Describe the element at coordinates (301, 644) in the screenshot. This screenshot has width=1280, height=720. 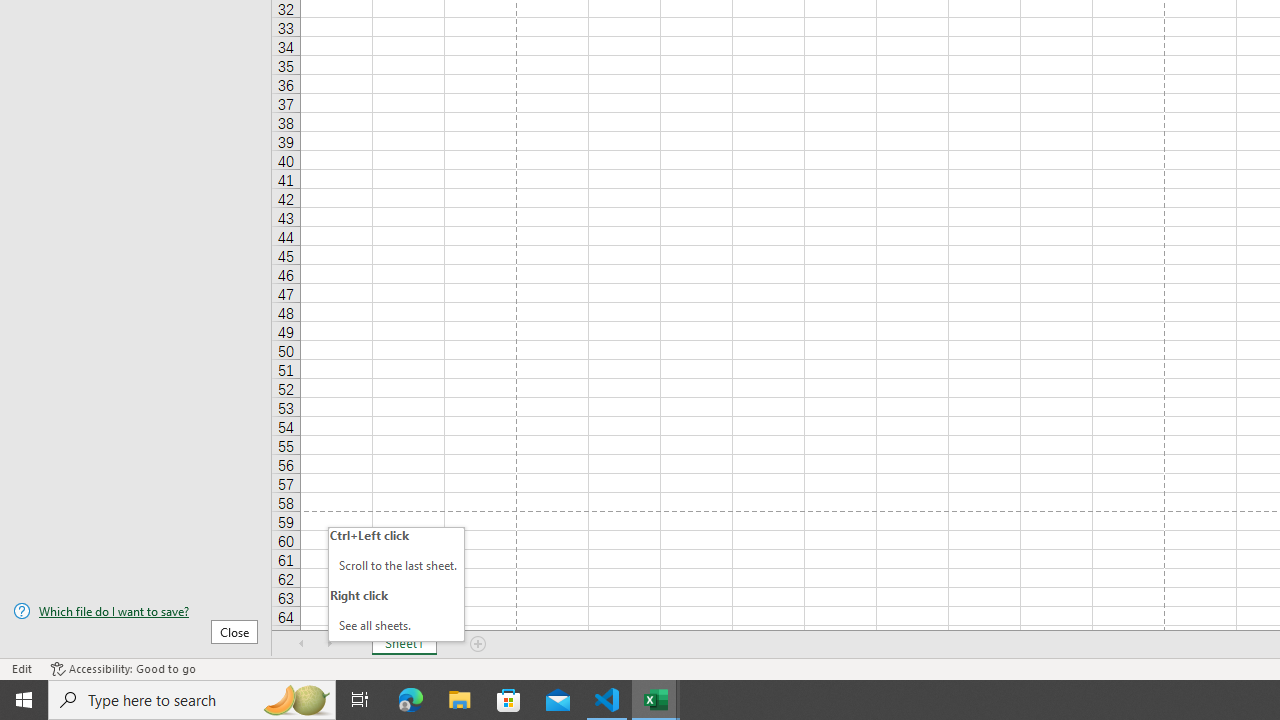
I see `'Scroll Left'` at that location.